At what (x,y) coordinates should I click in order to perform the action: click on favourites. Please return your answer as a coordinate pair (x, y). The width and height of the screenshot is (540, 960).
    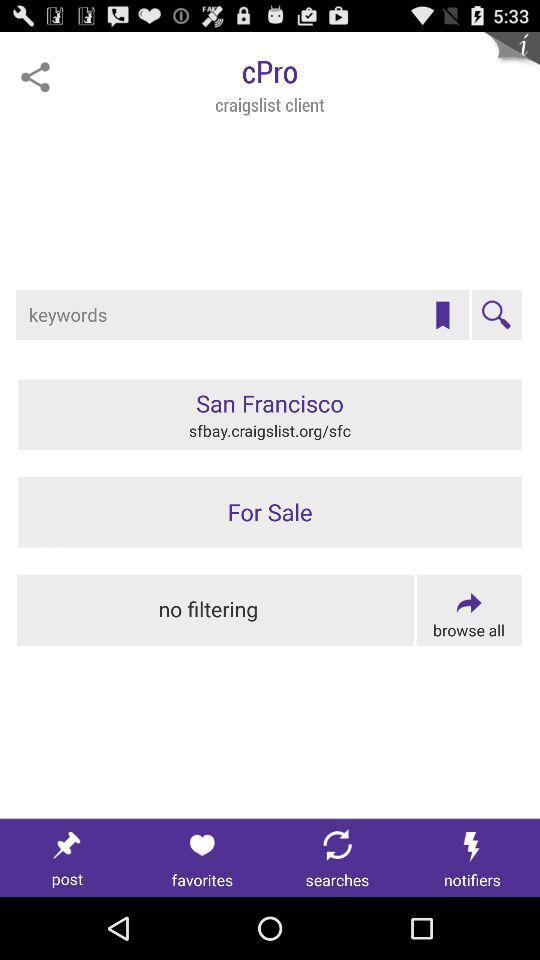
    Looking at the image, I should click on (442, 315).